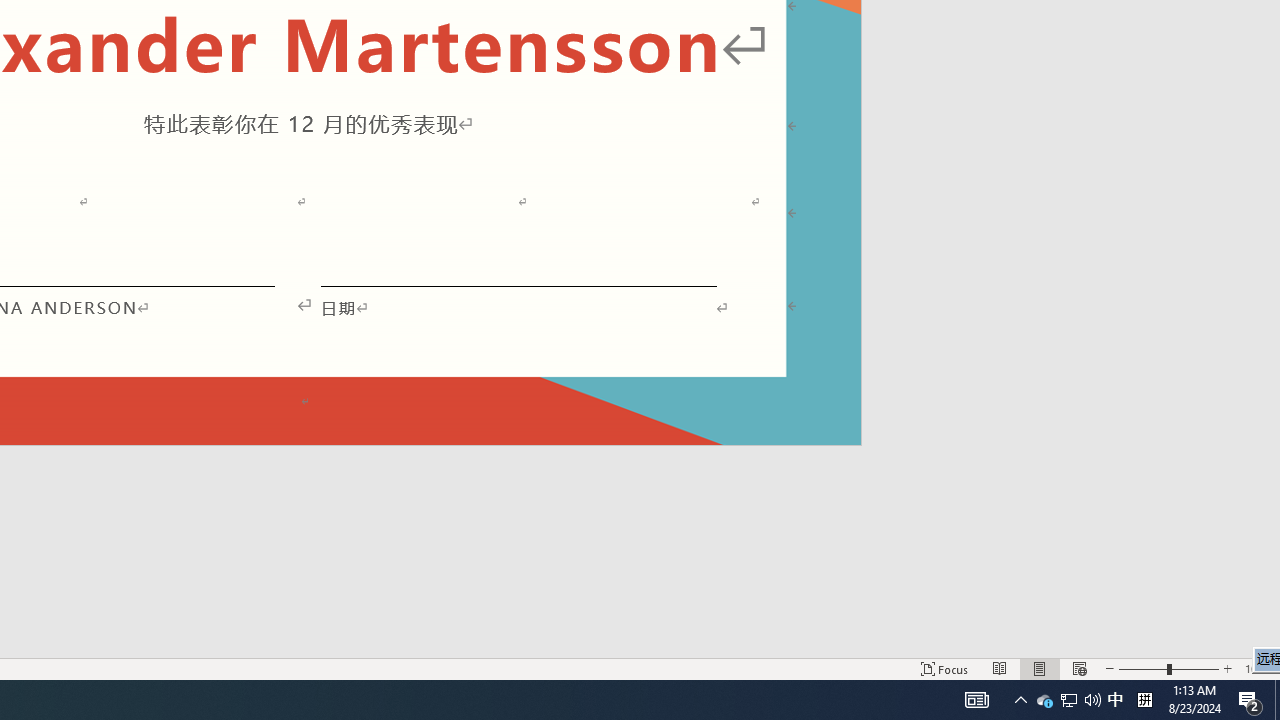 The width and height of the screenshot is (1280, 720). What do you see at coordinates (1000, 669) in the screenshot?
I see `'Read Mode'` at bounding box center [1000, 669].